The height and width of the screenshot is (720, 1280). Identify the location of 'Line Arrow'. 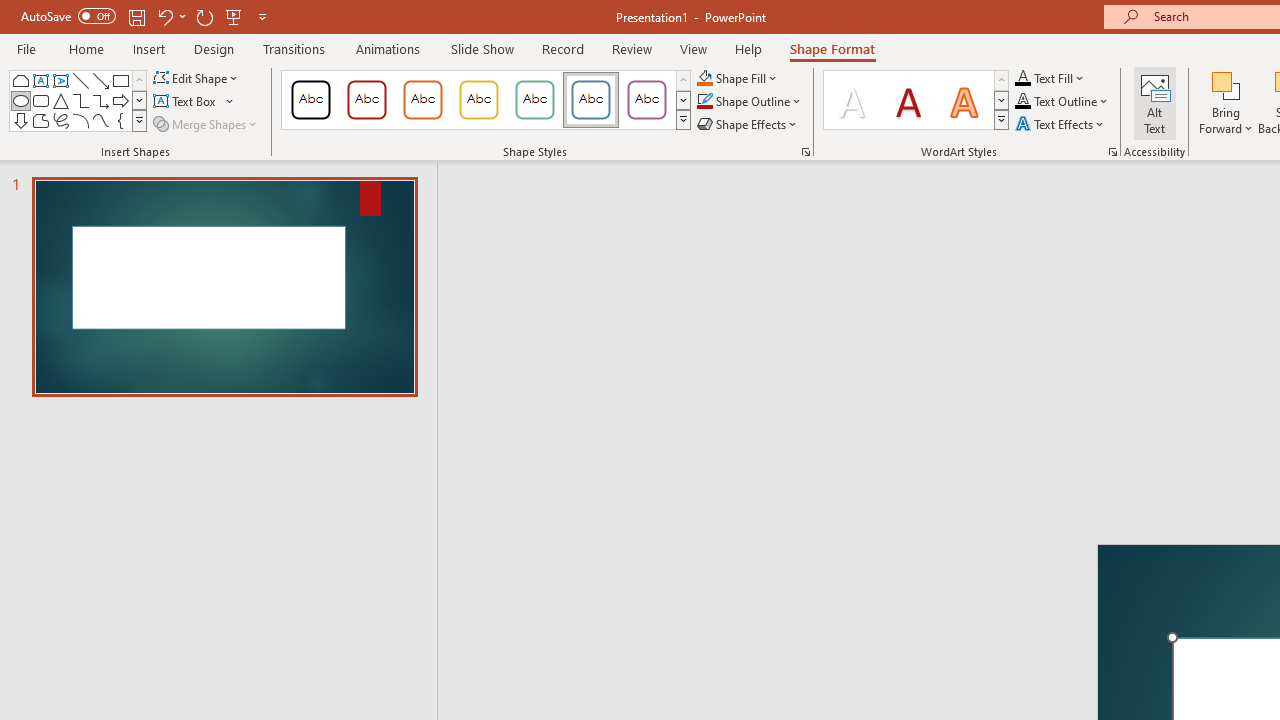
(100, 80).